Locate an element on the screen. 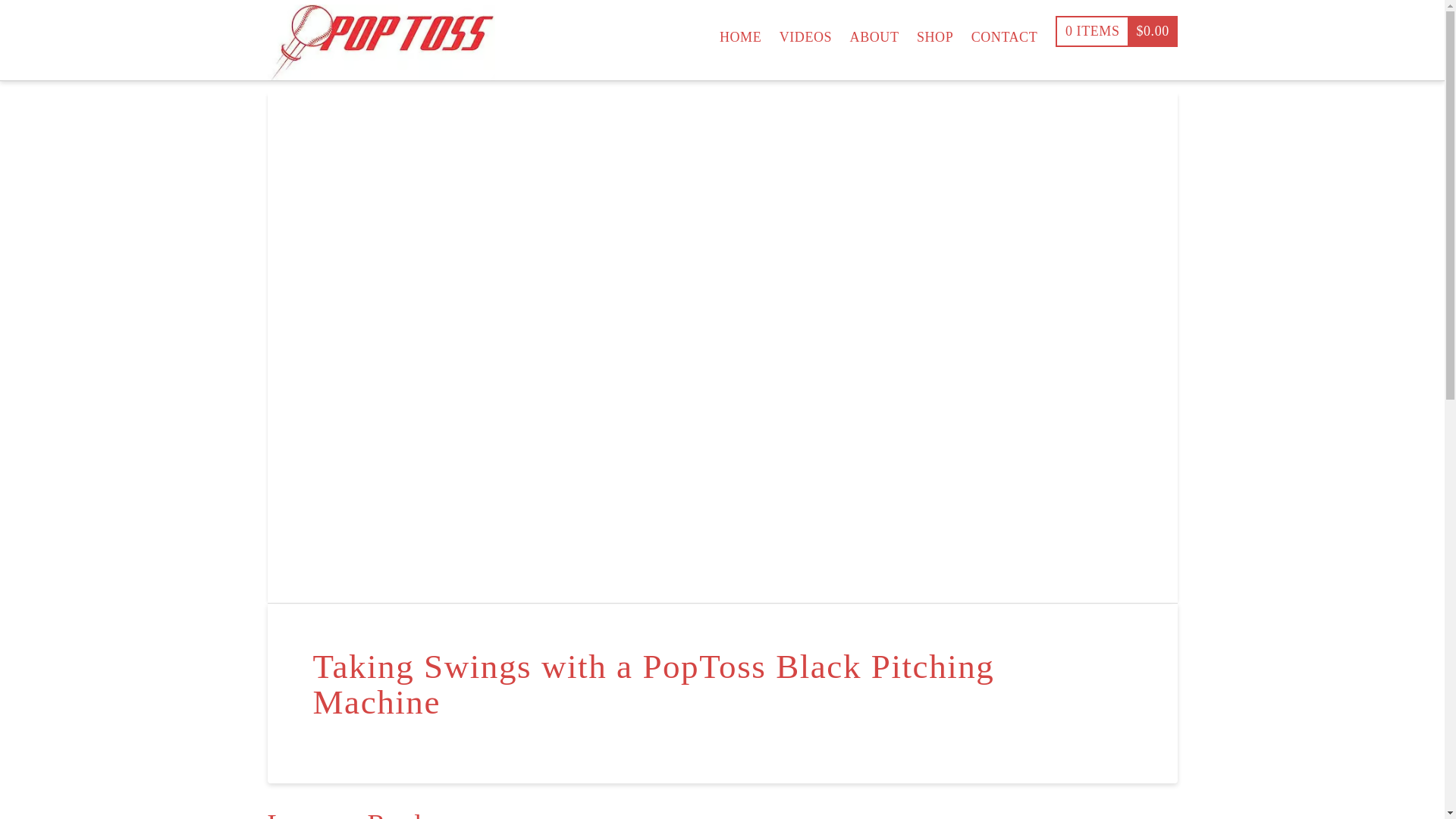 Image resolution: width=1456 pixels, height=819 pixels. 'embedded content 1' is located at coordinates (720, 347).